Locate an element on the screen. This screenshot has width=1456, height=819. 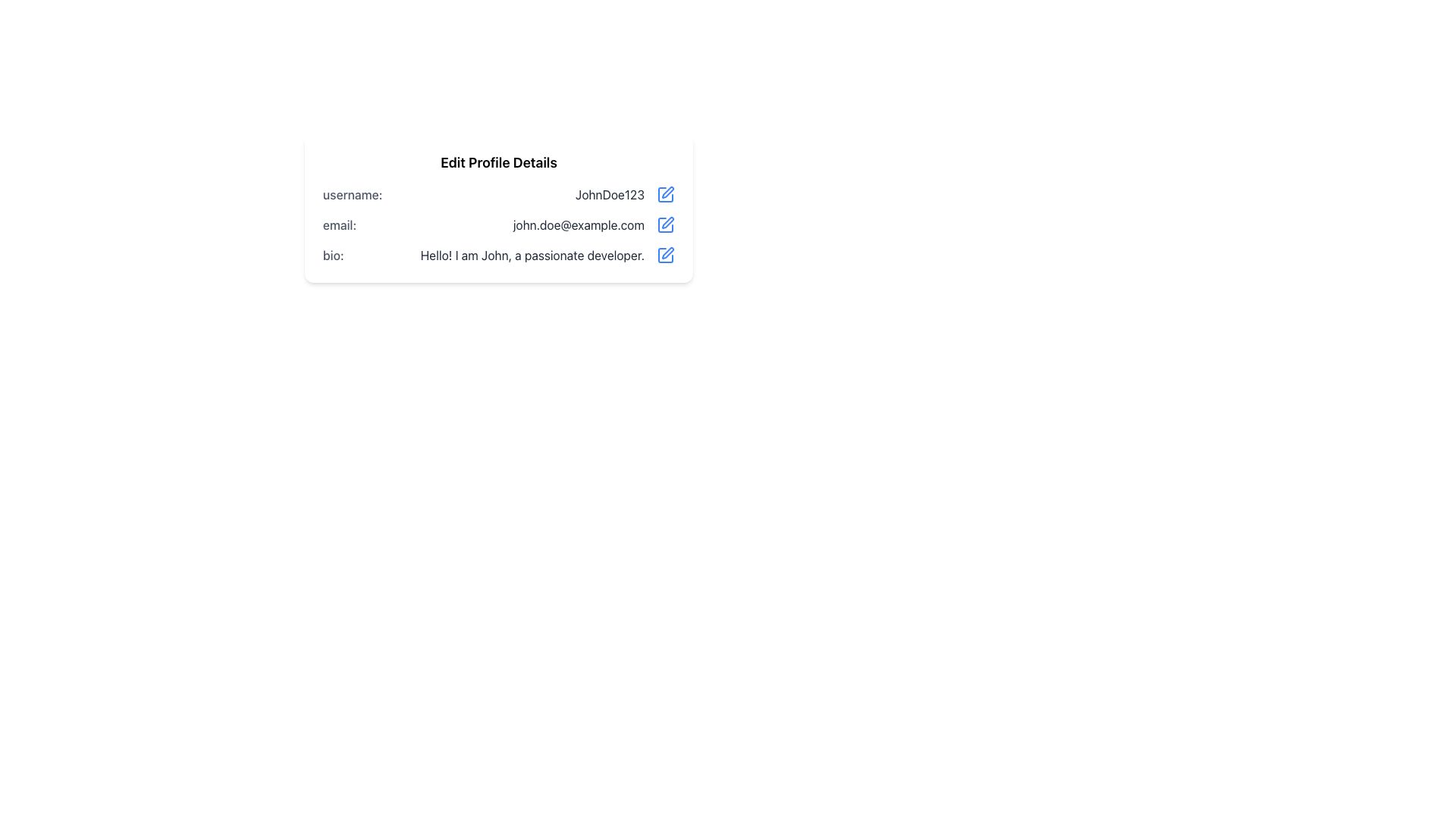
the static text display showing the username 'JohnDoe123', which is styled in bold, dark gray font and located beside the label 'username:' and to the left of an edit icon is located at coordinates (625, 194).